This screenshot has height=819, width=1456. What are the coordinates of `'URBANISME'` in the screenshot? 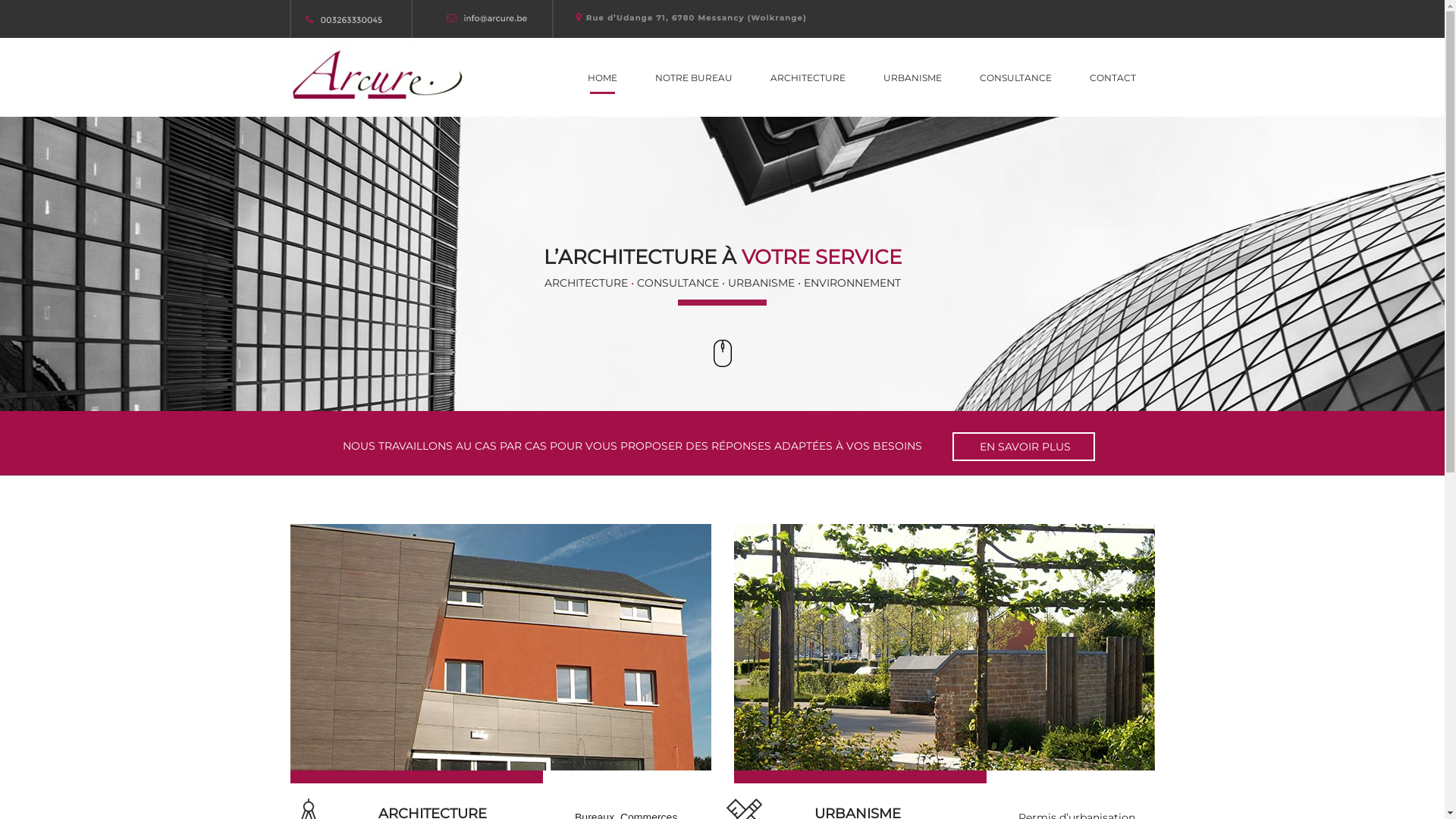 It's located at (864, 78).